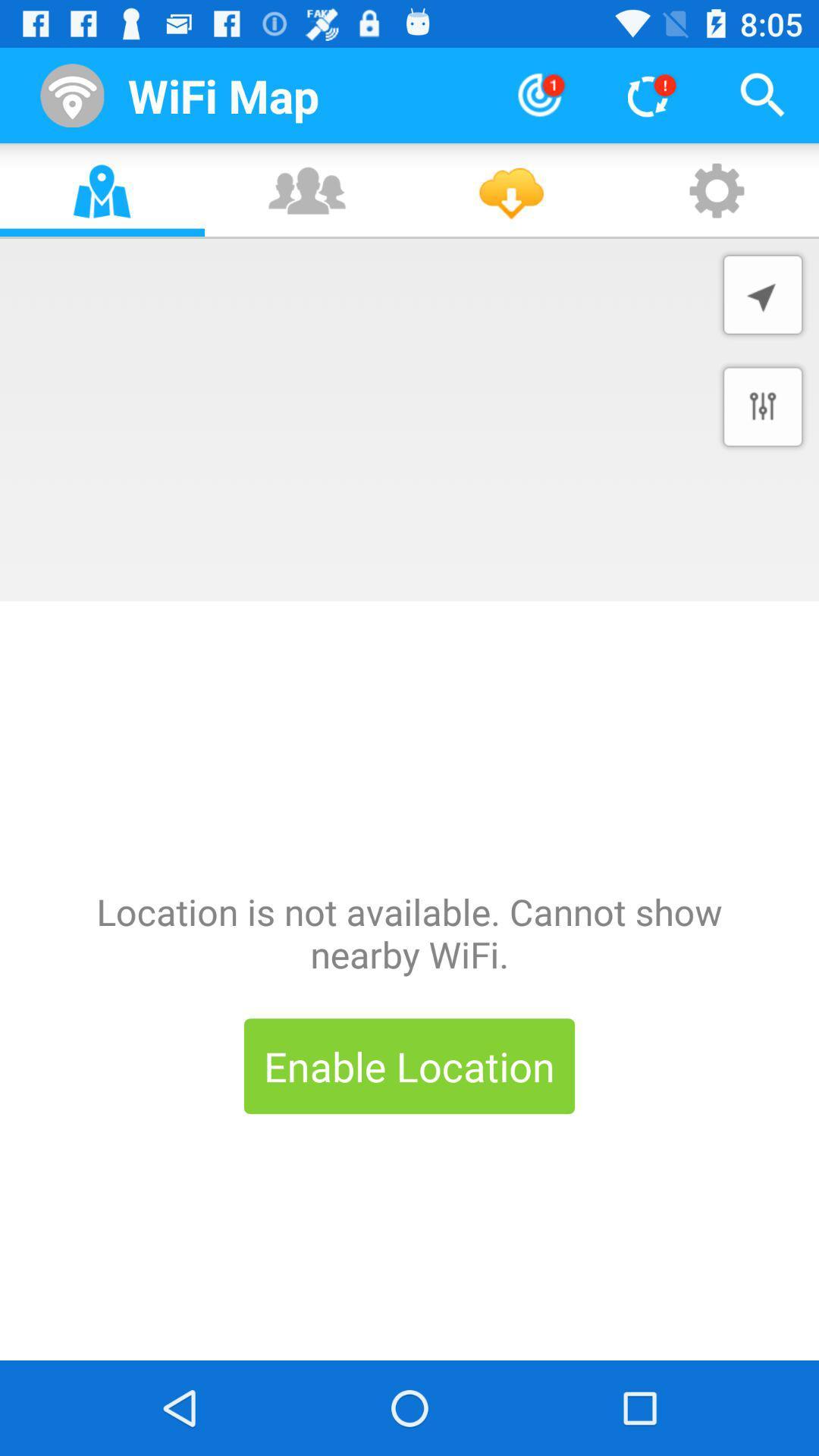 Image resolution: width=819 pixels, height=1456 pixels. Describe the element at coordinates (763, 406) in the screenshot. I see `filter selection` at that location.